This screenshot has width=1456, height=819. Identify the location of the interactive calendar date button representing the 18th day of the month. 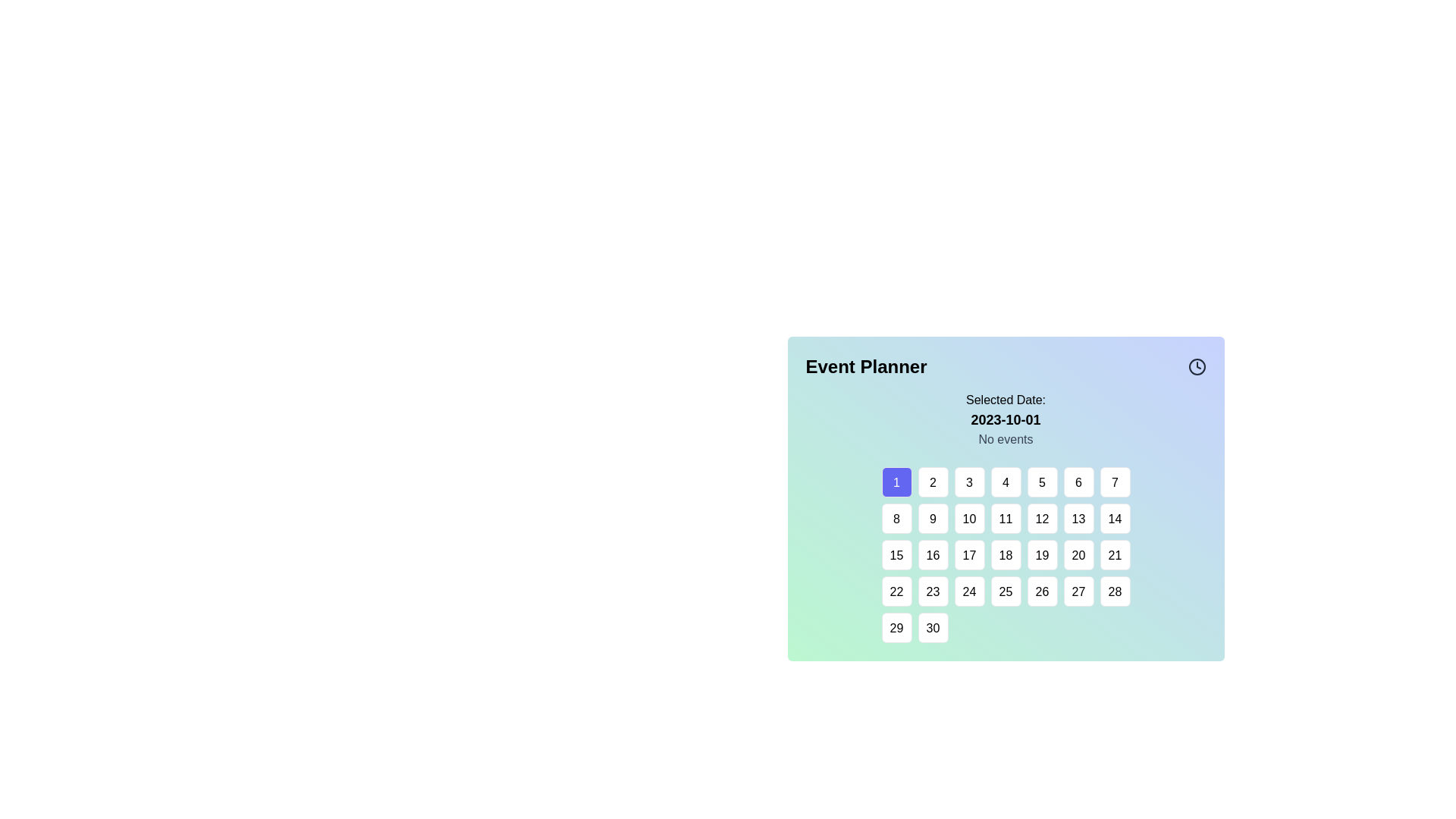
(1006, 555).